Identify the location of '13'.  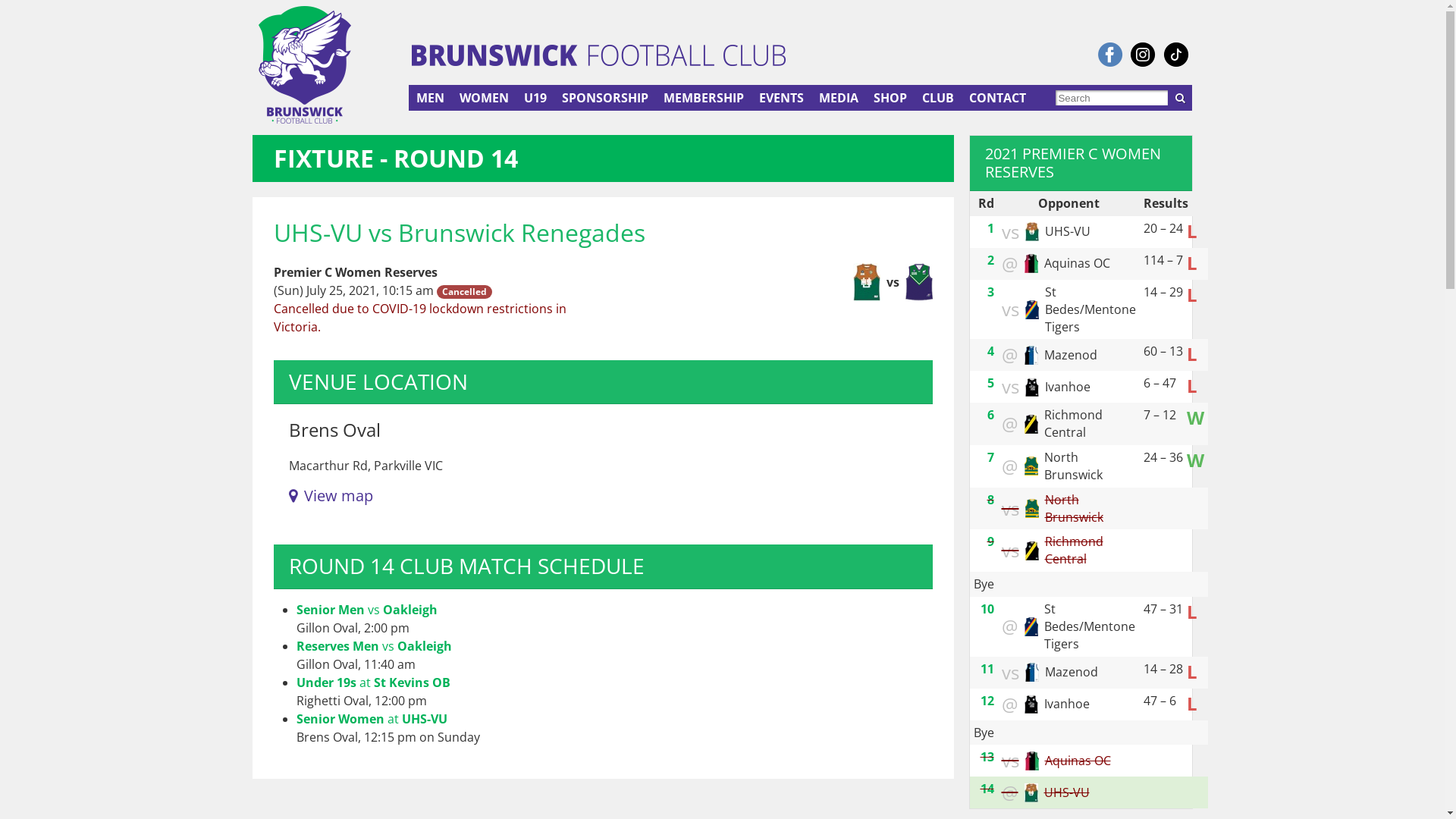
(986, 757).